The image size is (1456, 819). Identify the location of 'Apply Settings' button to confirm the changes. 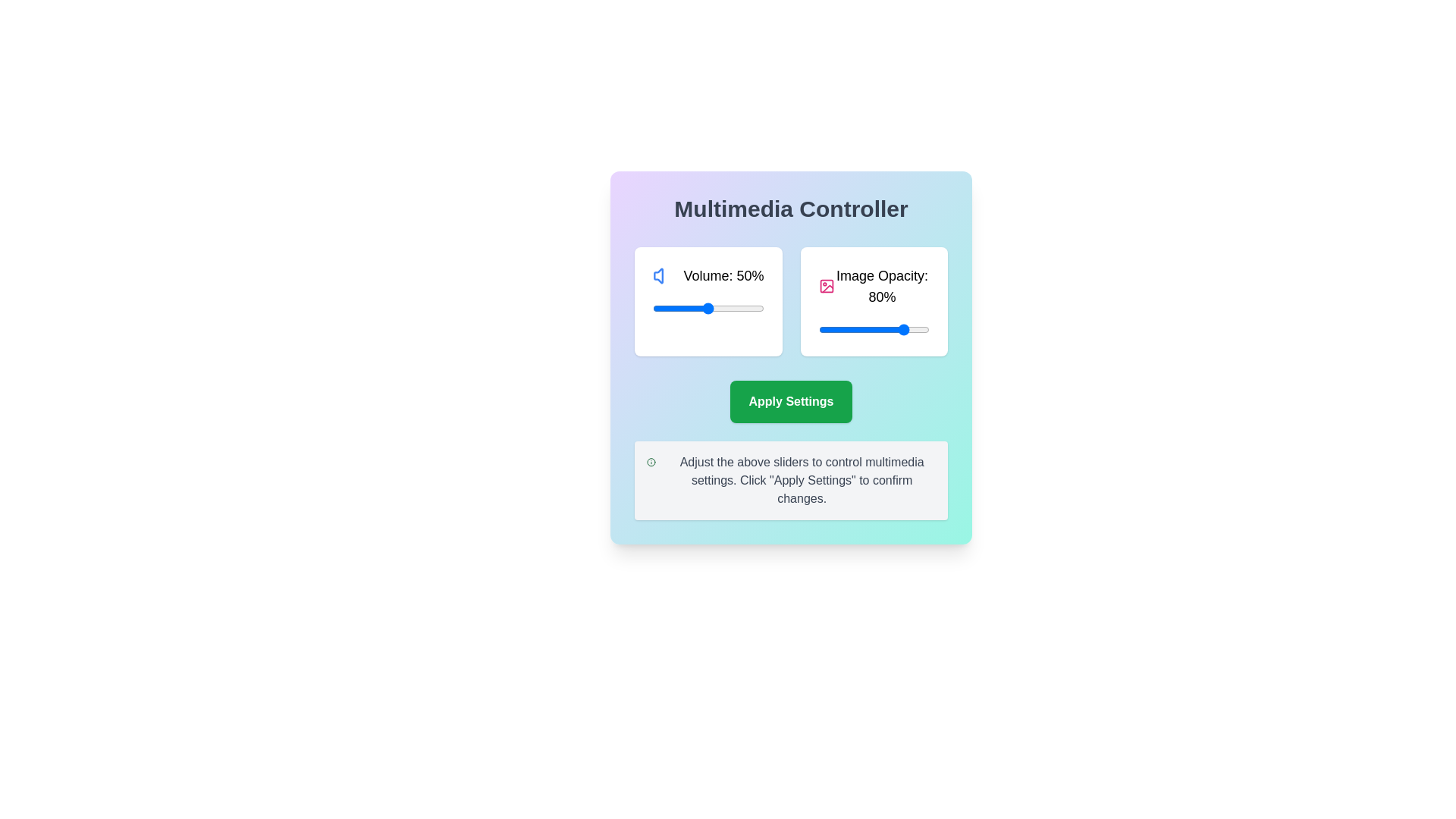
(790, 400).